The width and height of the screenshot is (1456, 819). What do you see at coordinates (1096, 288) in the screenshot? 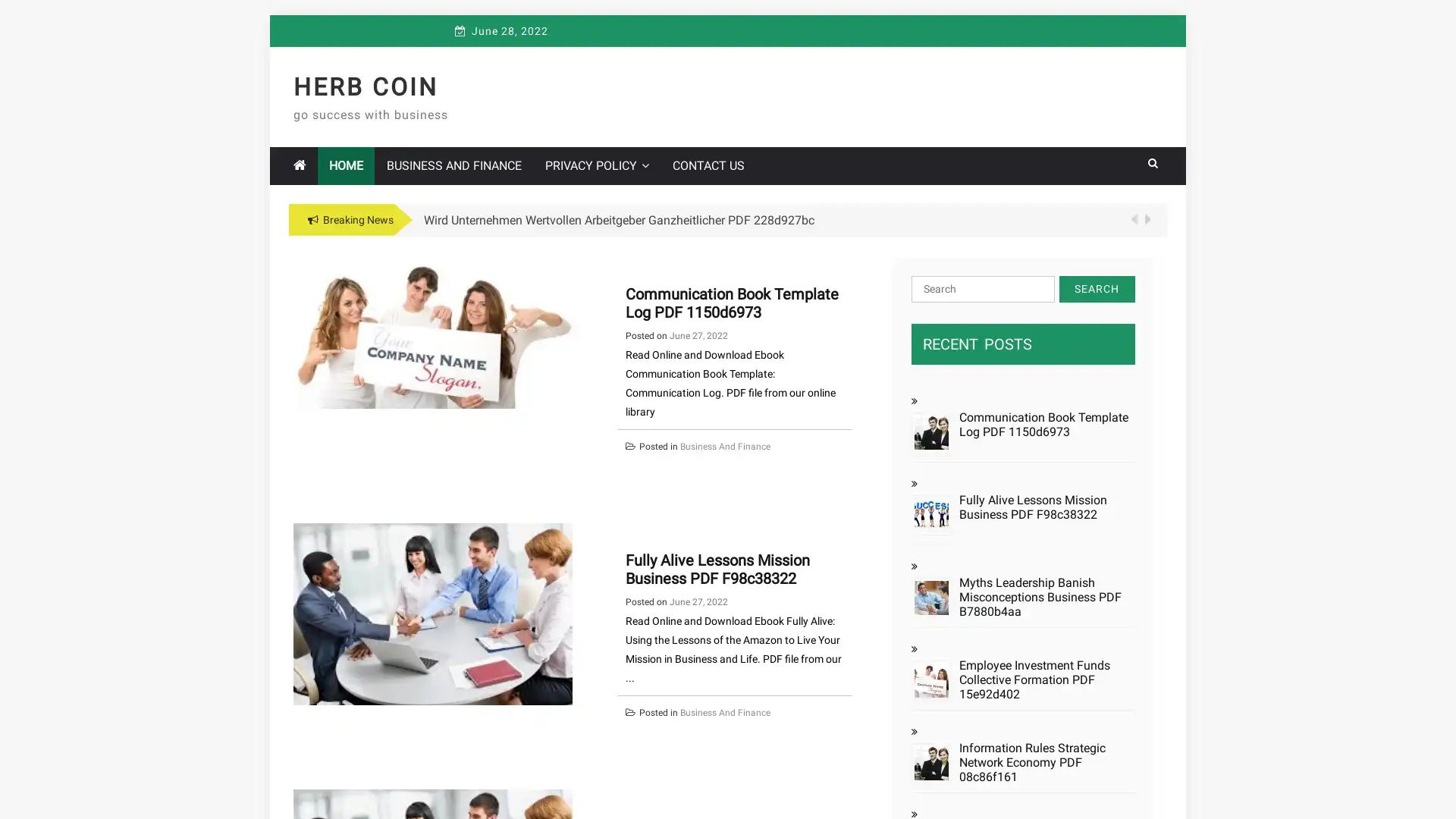
I see `Search` at bounding box center [1096, 288].